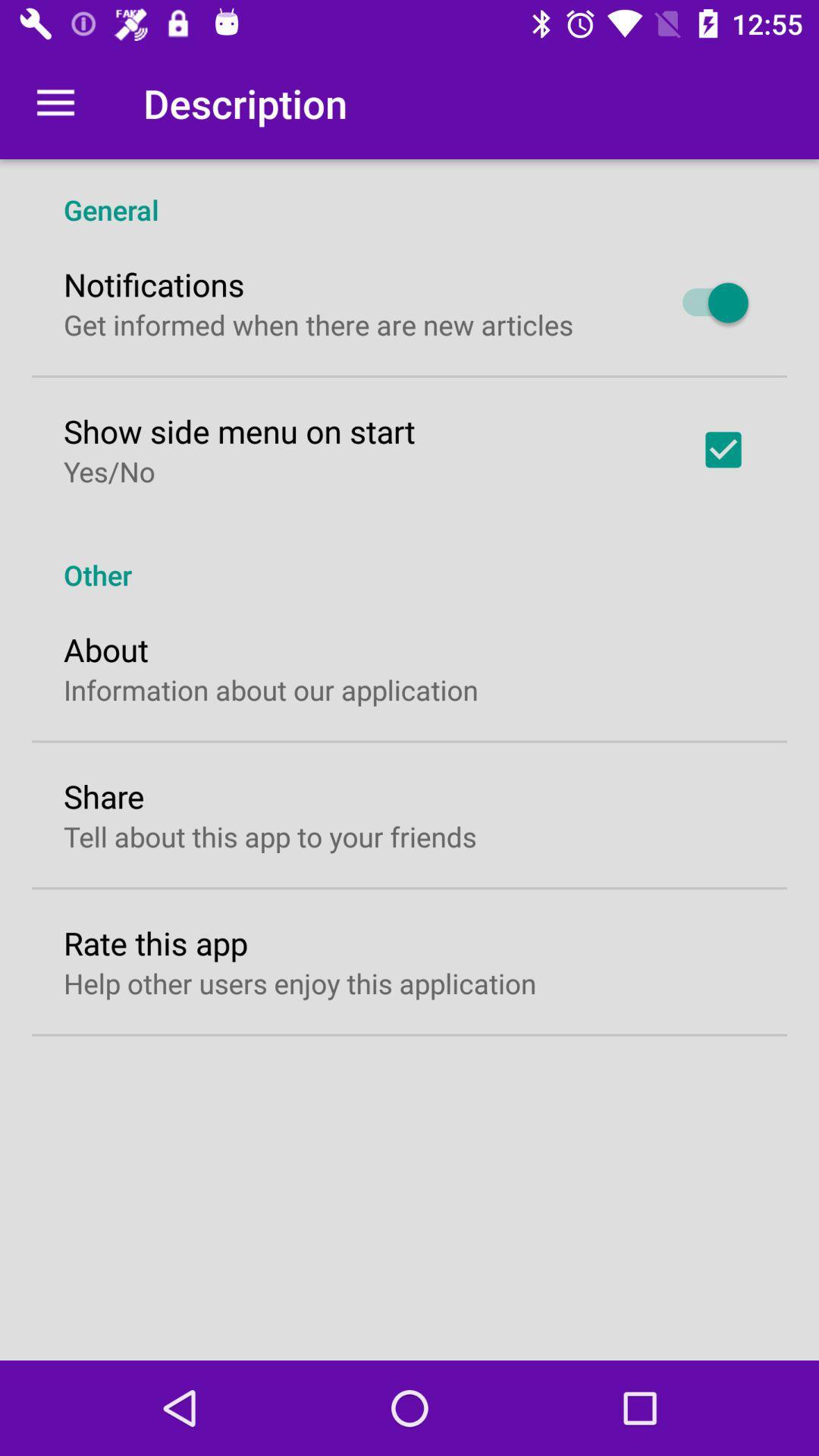  Describe the element at coordinates (239, 430) in the screenshot. I see `the icon below the get informed when icon` at that location.